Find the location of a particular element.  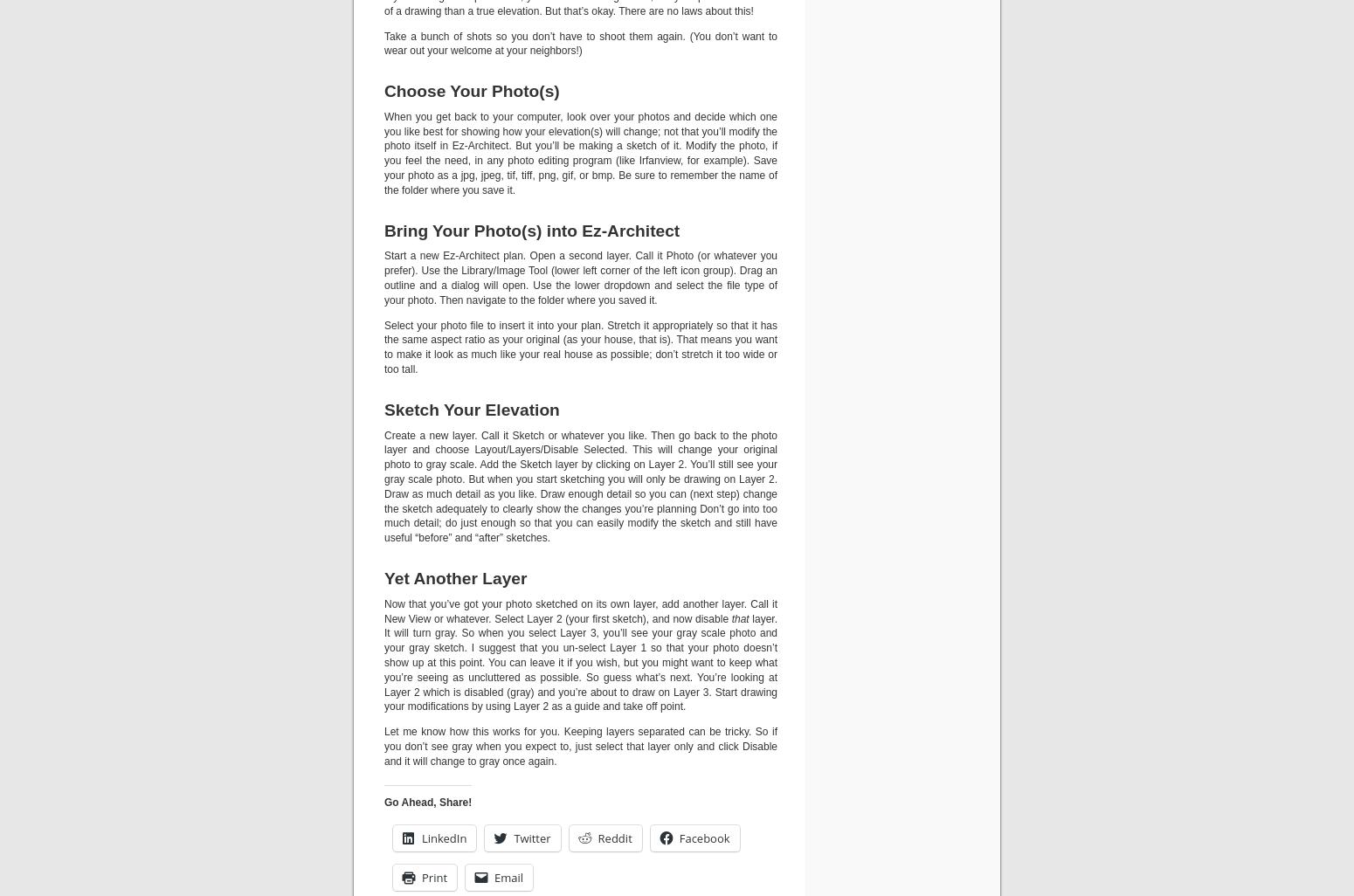

'LinkedIn' is located at coordinates (443, 837).